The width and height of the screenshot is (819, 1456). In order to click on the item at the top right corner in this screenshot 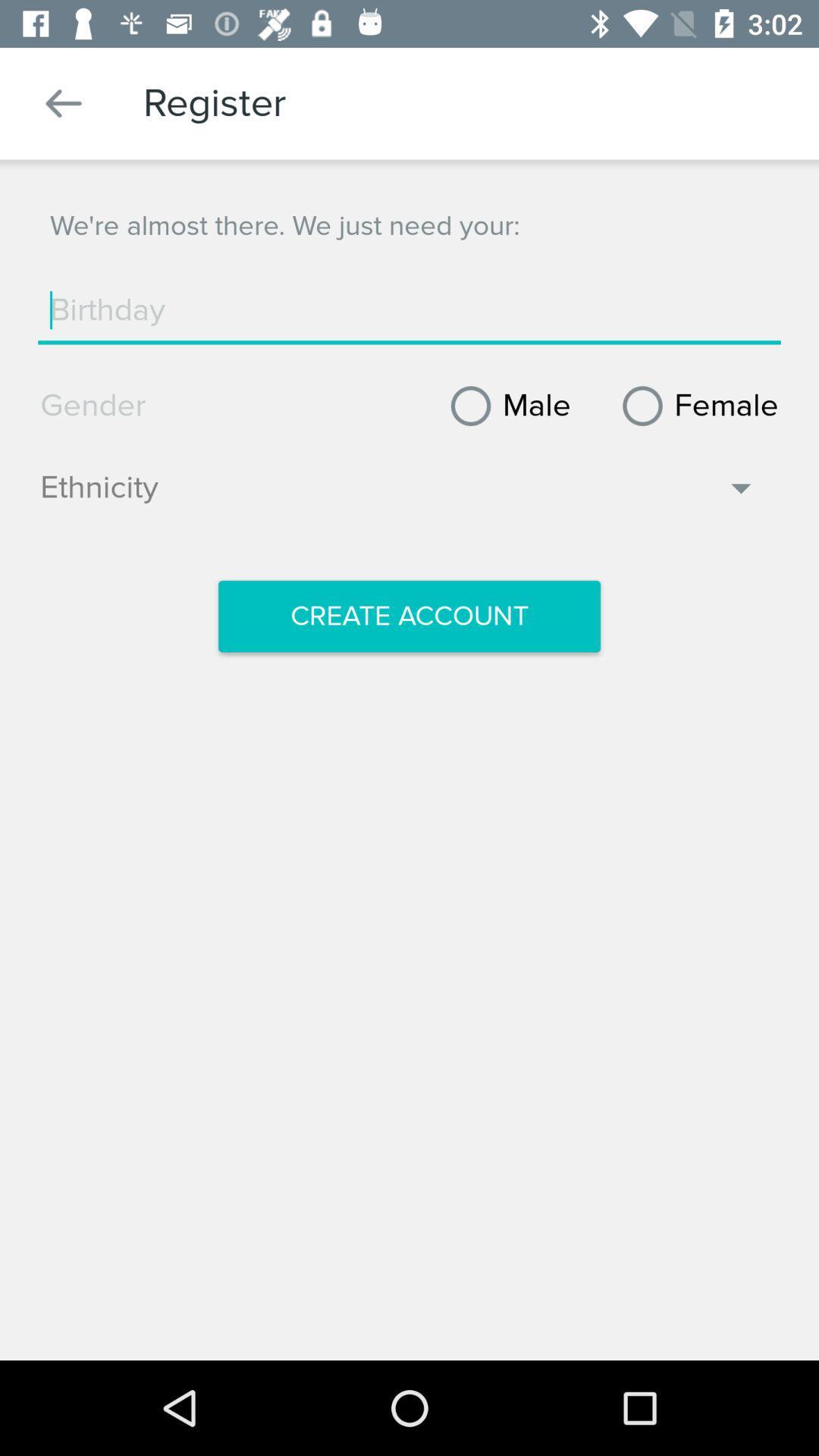, I will do `click(695, 406)`.